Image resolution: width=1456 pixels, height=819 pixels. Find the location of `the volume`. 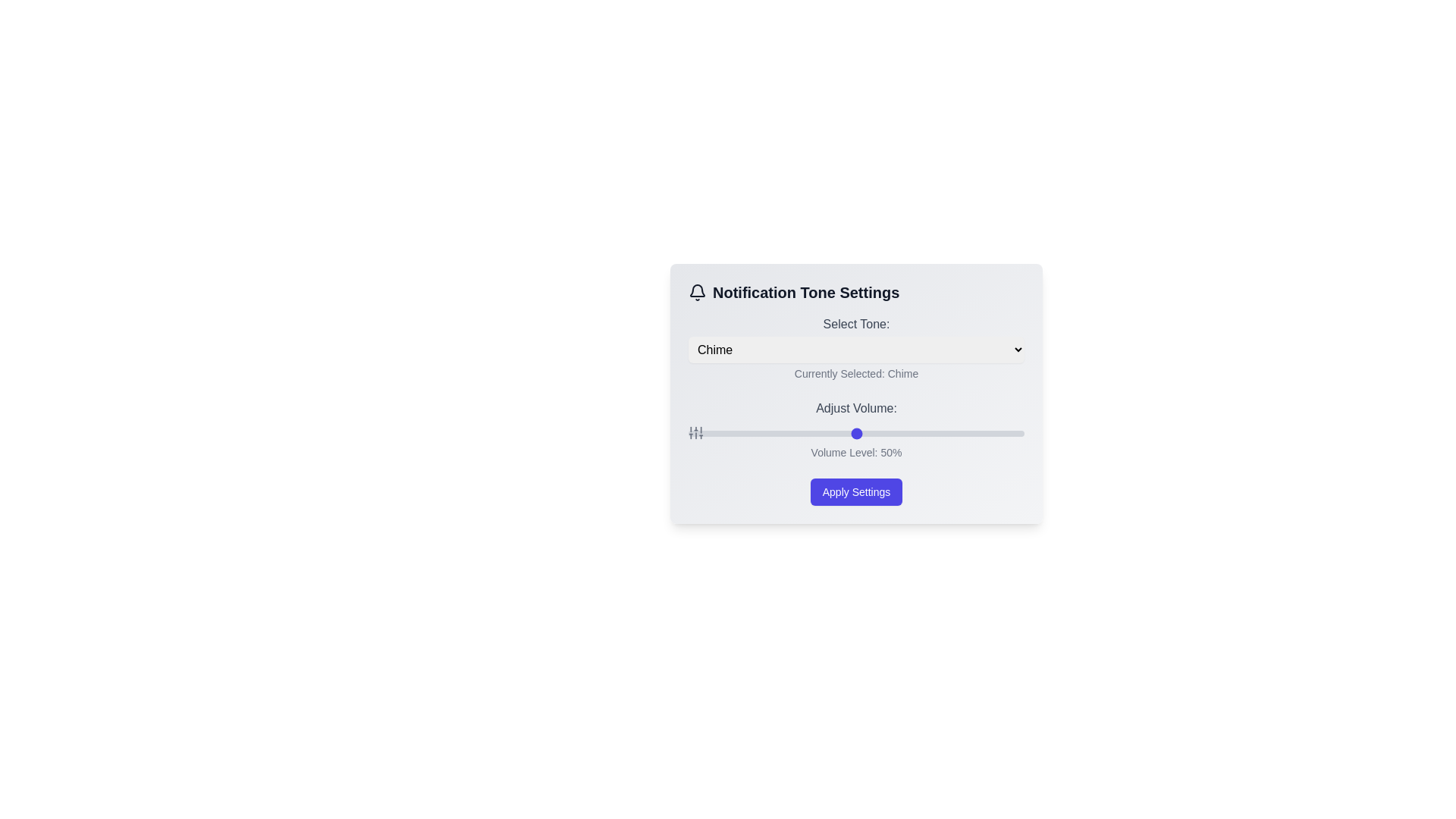

the volume is located at coordinates (789, 433).